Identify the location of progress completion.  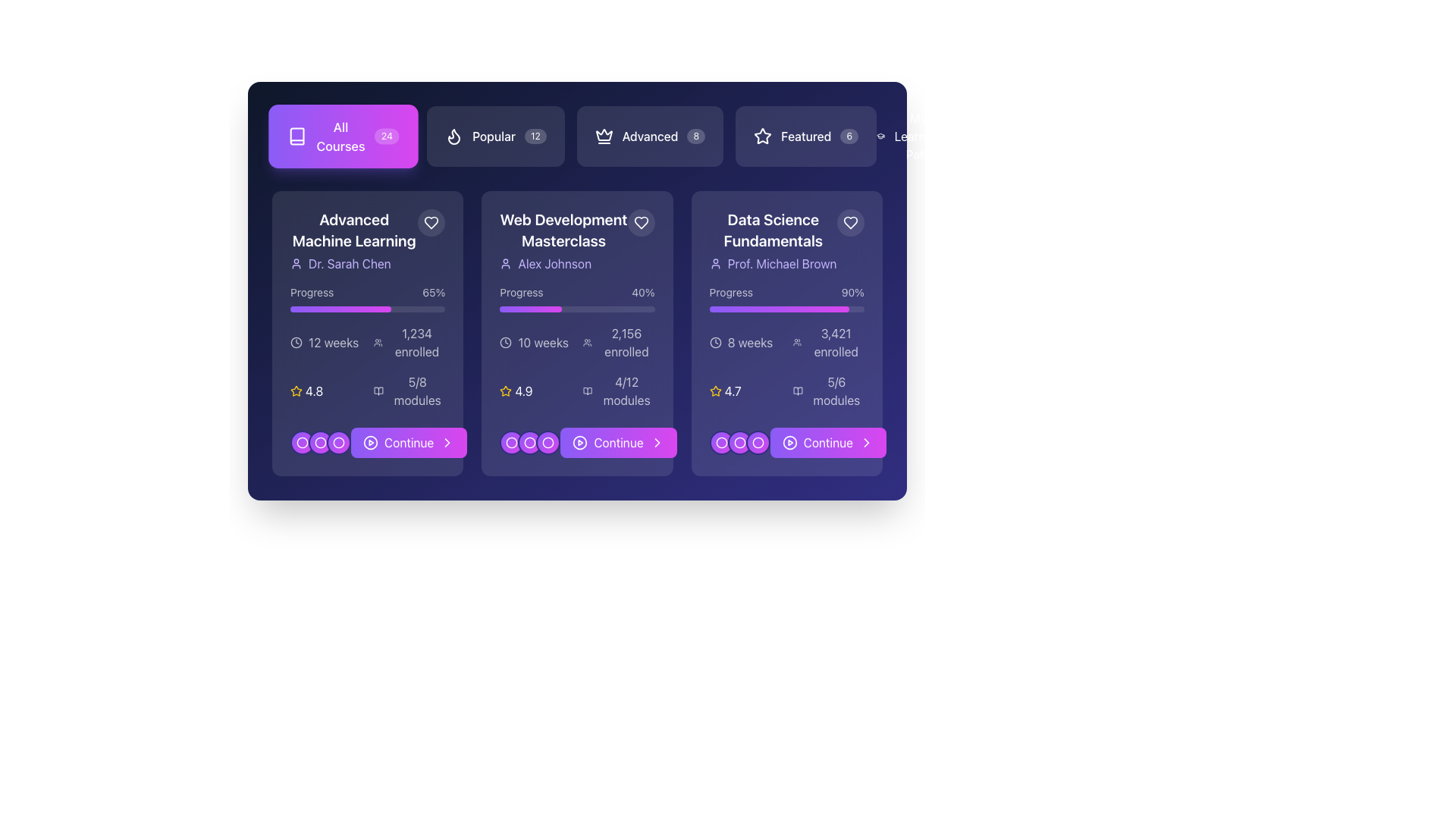
(369, 309).